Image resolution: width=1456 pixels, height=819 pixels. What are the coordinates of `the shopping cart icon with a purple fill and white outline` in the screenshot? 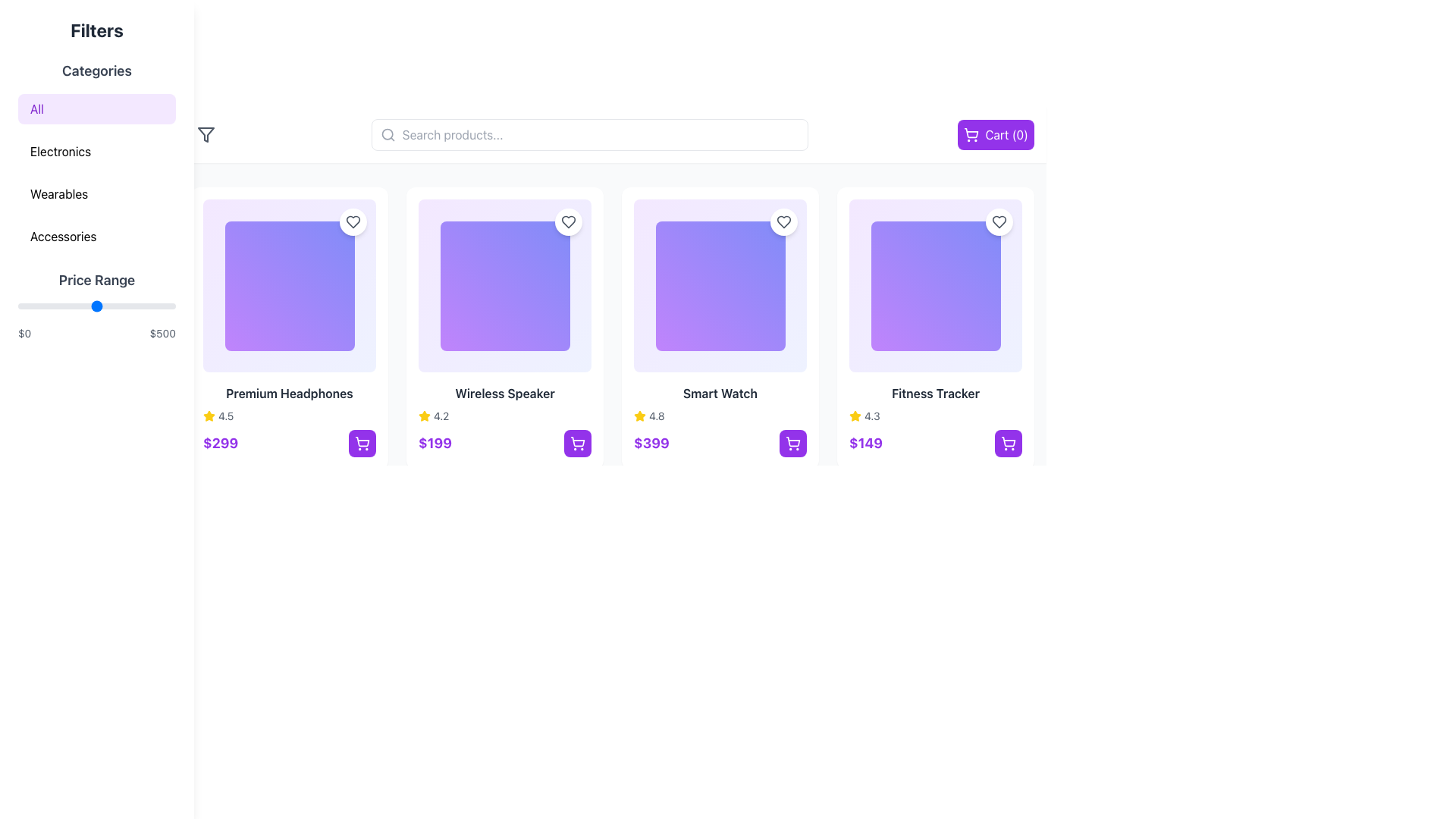 It's located at (362, 444).